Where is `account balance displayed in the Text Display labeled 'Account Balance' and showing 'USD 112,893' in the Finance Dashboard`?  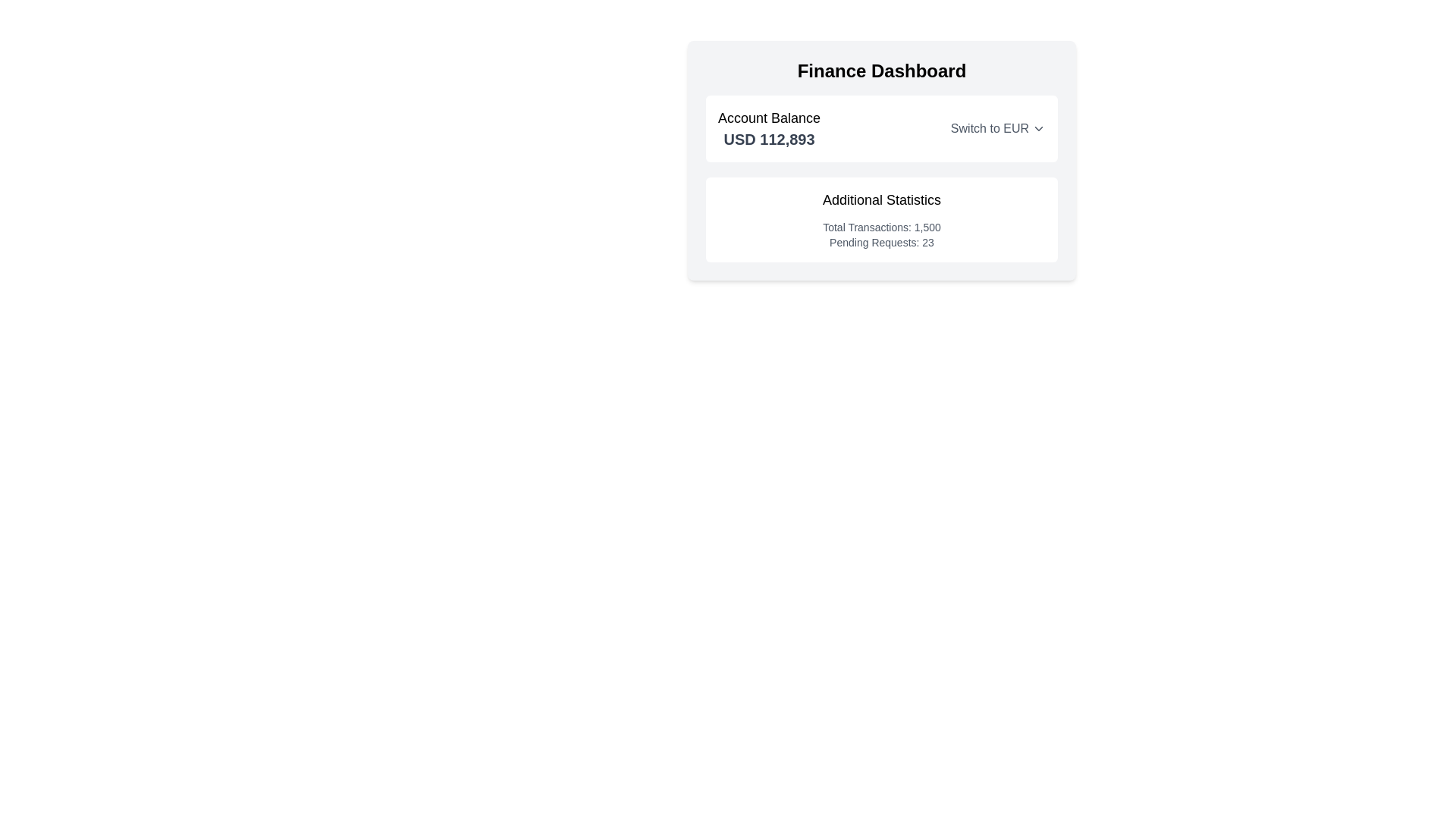
account balance displayed in the Text Display labeled 'Account Balance' and showing 'USD 112,893' in the Finance Dashboard is located at coordinates (769, 127).